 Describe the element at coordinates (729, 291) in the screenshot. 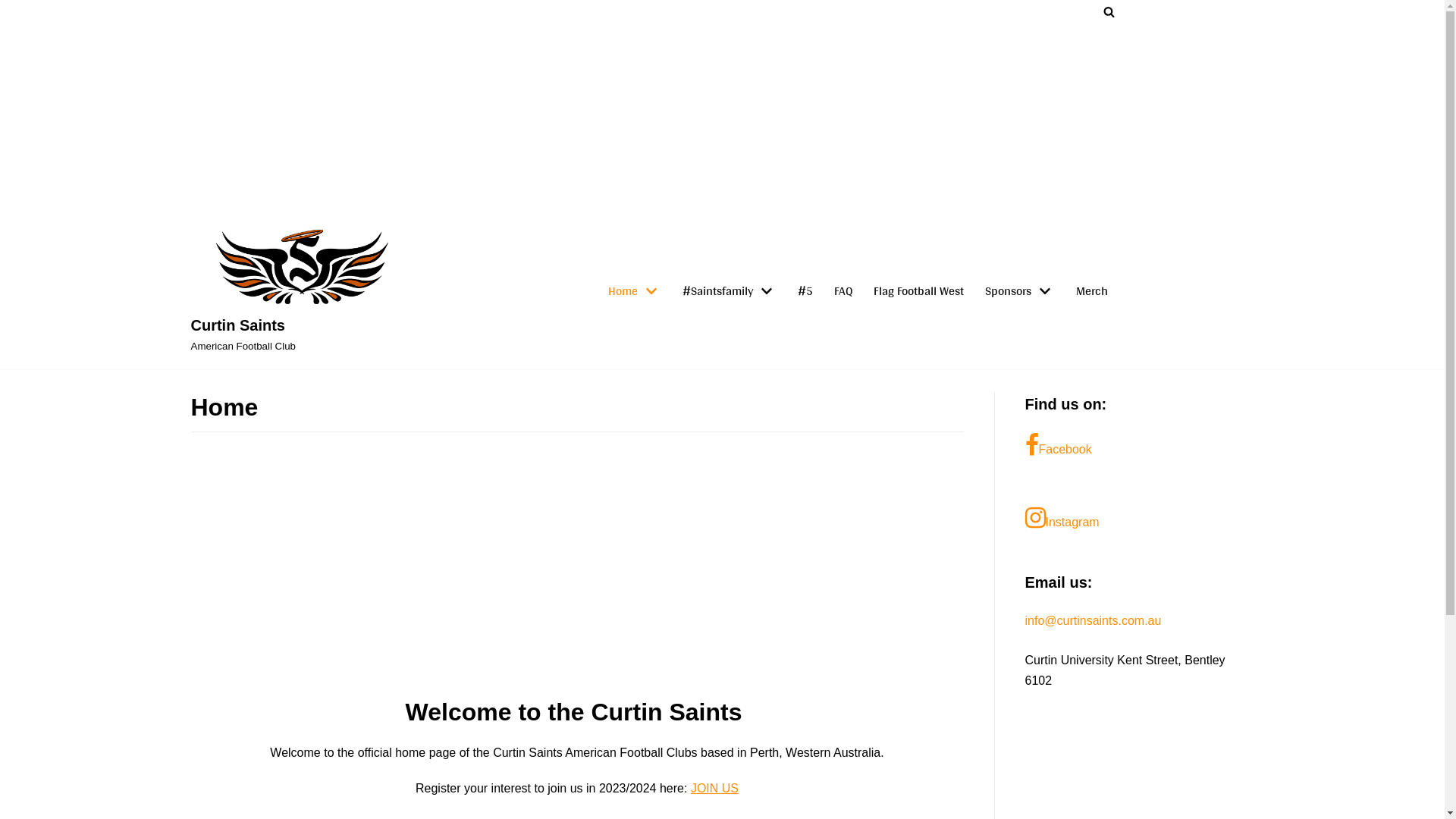

I see `'#Saintsfamily'` at that location.